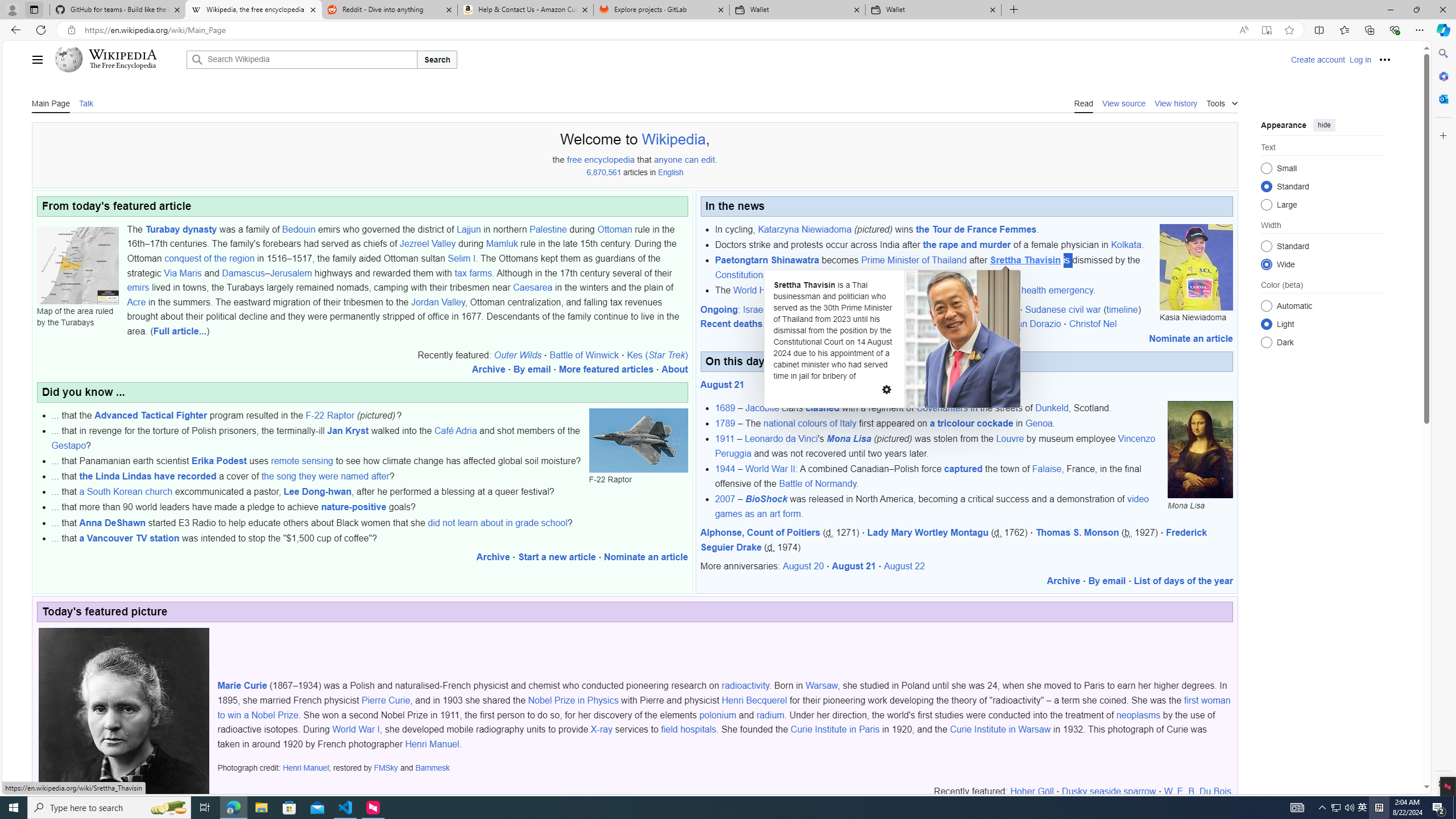  What do you see at coordinates (1360, 59) in the screenshot?
I see `'Log in'` at bounding box center [1360, 59].